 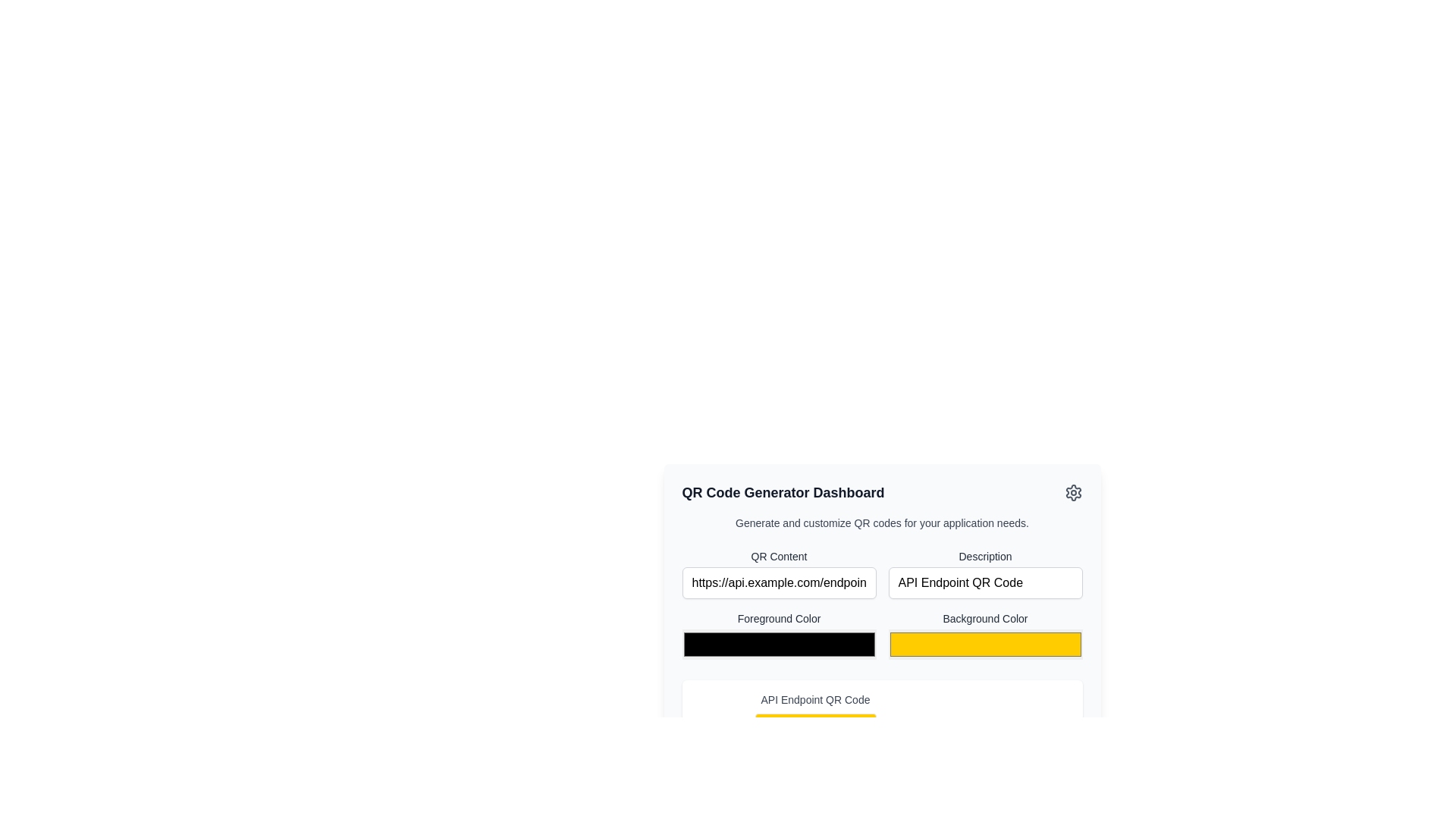 I want to click on static text element located below the title 'QR Code Generator Dashboard' in the dashboard, which provides a summary or instruction for users, so click(x=882, y=522).